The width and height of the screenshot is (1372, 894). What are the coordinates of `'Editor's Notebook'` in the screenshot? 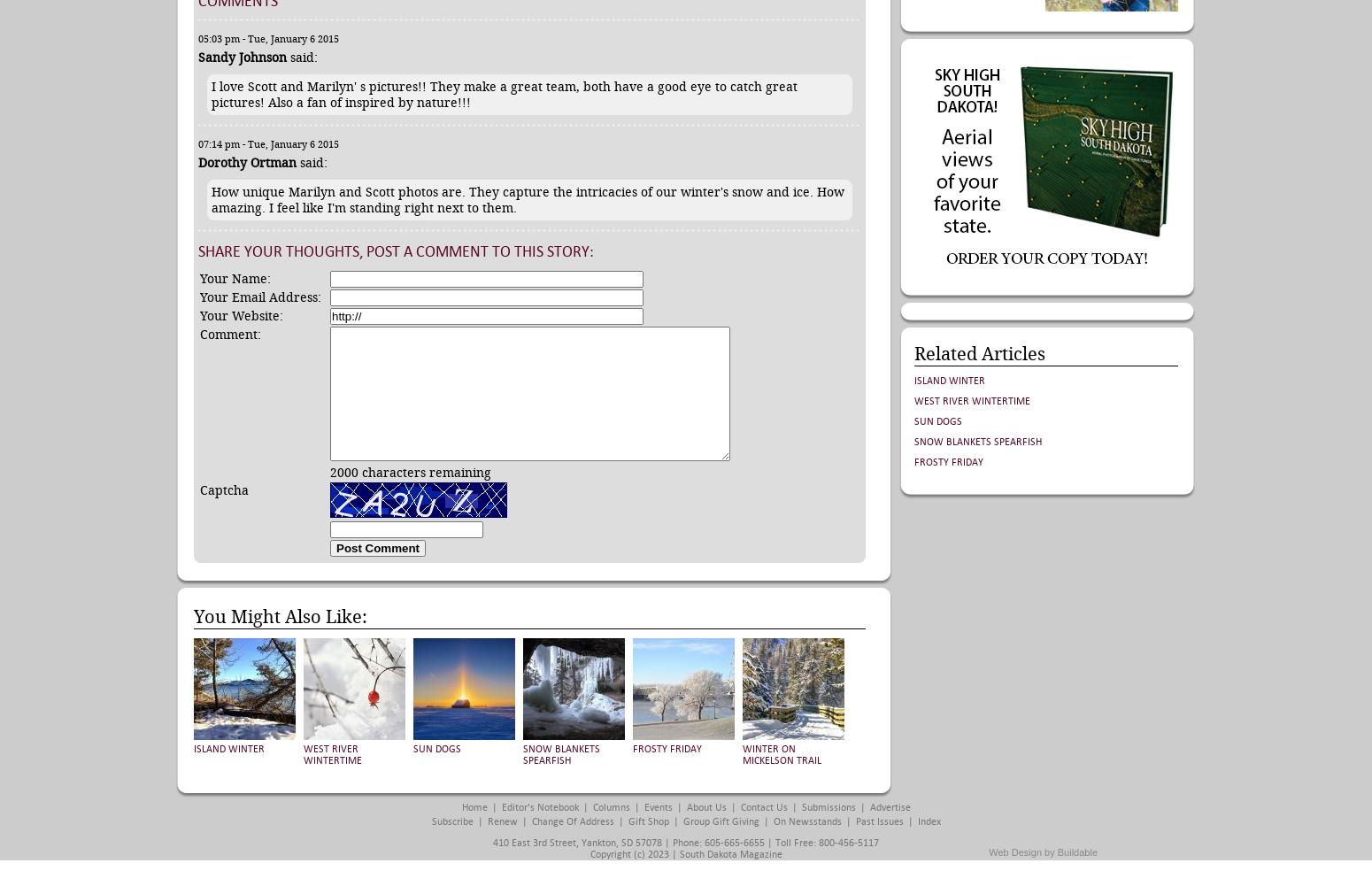 It's located at (501, 807).